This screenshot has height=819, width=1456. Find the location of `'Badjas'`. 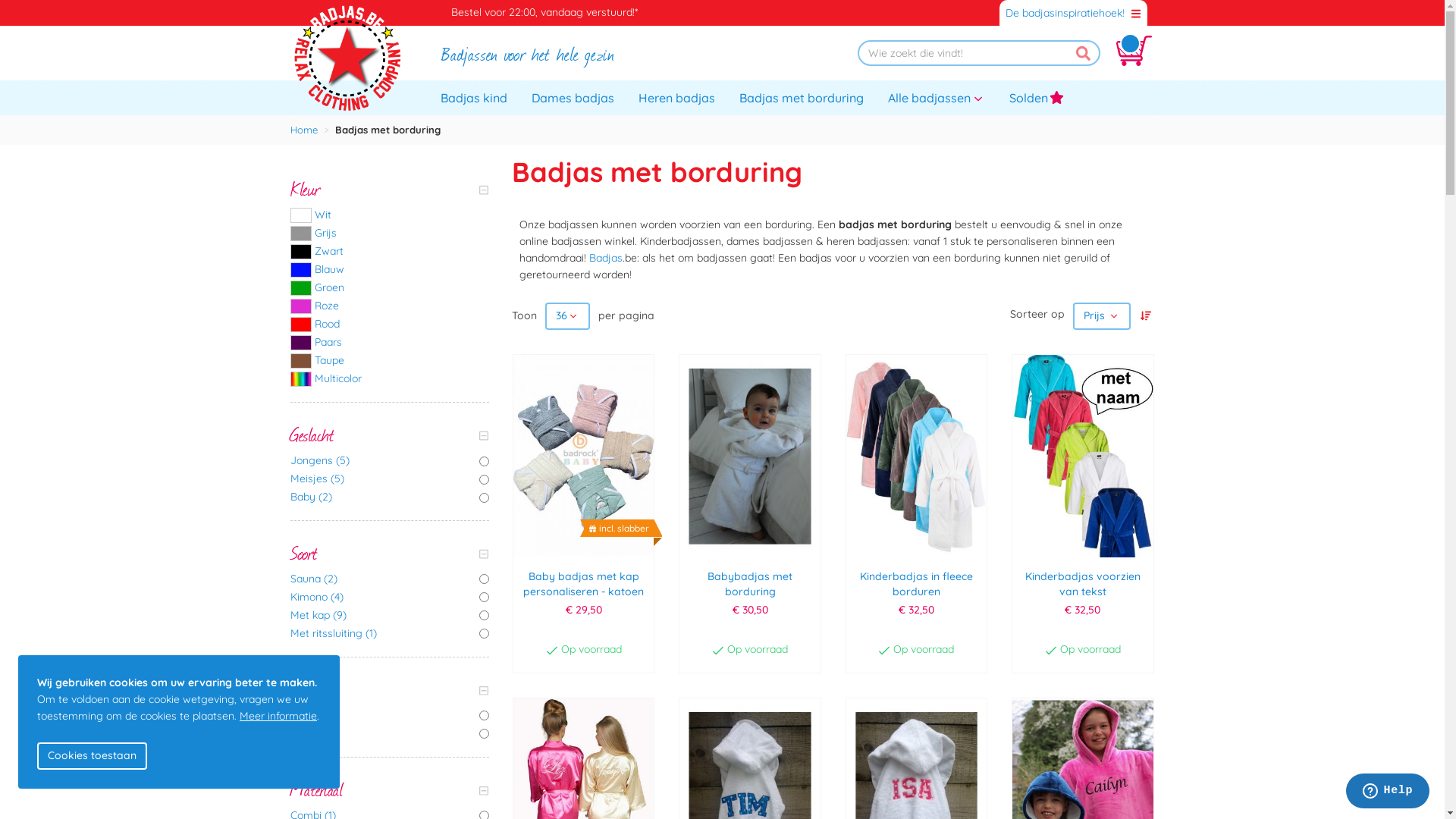

'Badjas' is located at coordinates (604, 256).